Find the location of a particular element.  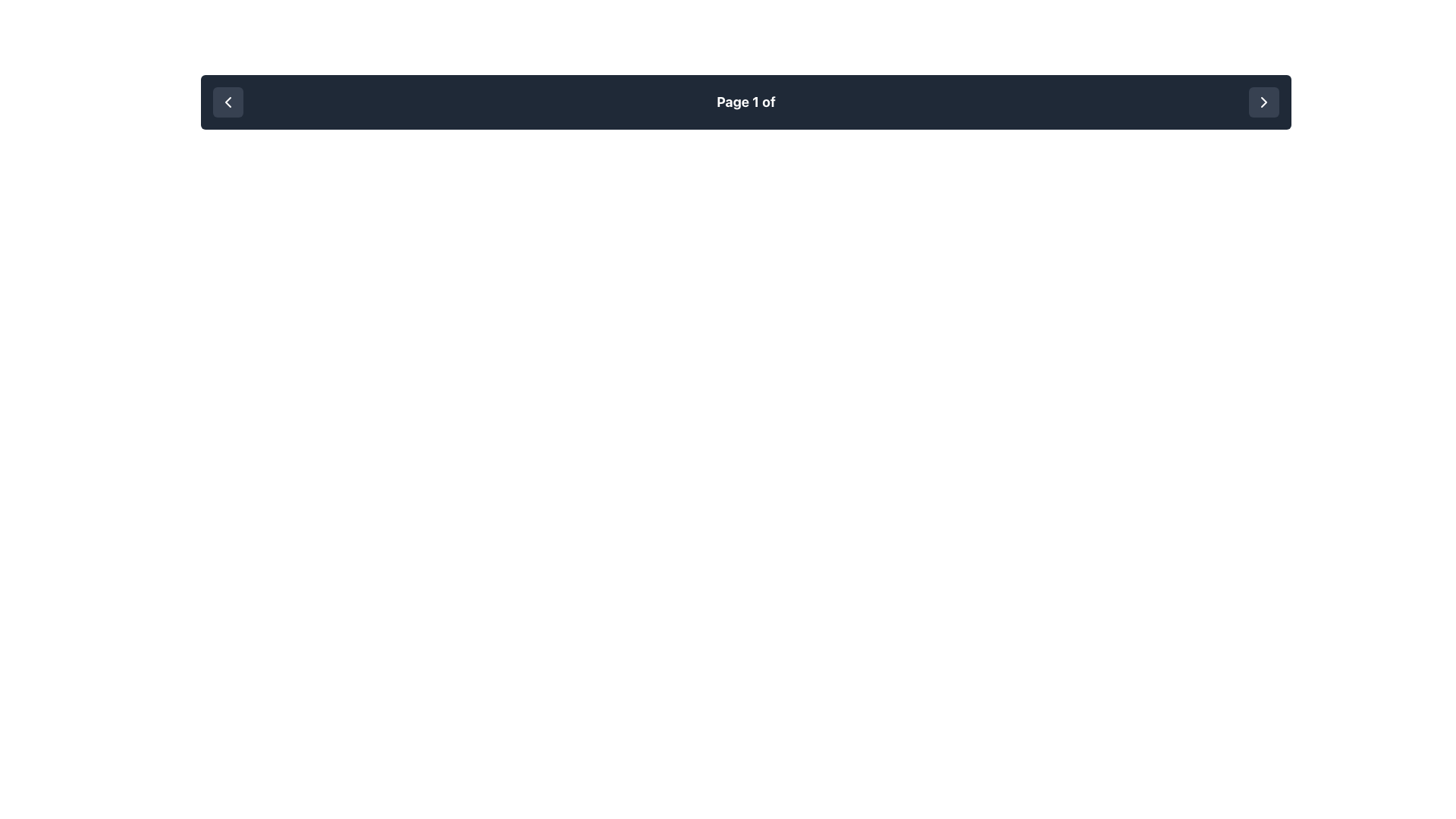

the text label 'Page 1 of' located in the dark gray navigation bar, which is horizontally centered between left and right arrow buttons is located at coordinates (745, 102).